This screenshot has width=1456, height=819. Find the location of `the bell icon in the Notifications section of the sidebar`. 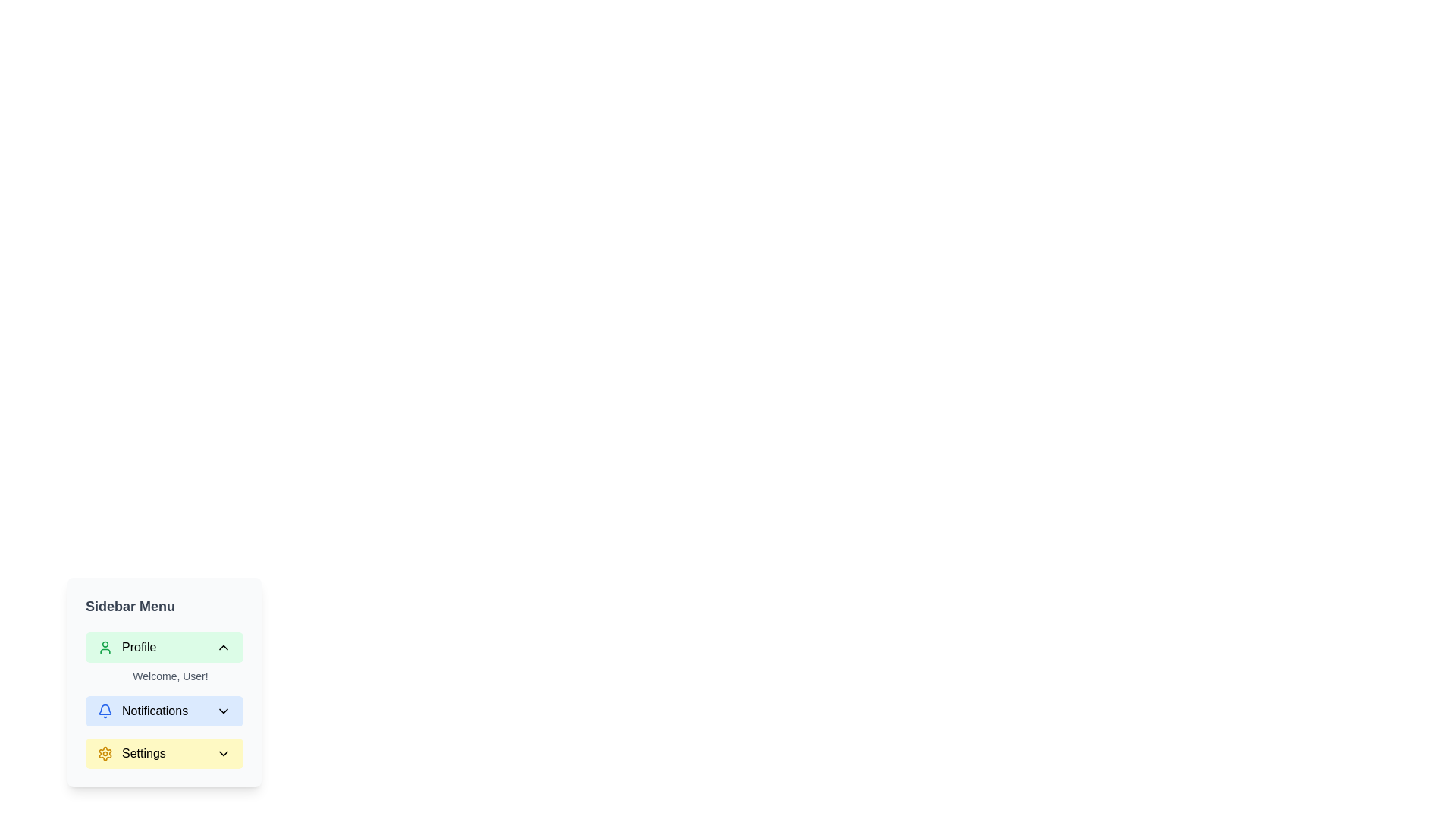

the bell icon in the Notifications section of the sidebar is located at coordinates (105, 711).